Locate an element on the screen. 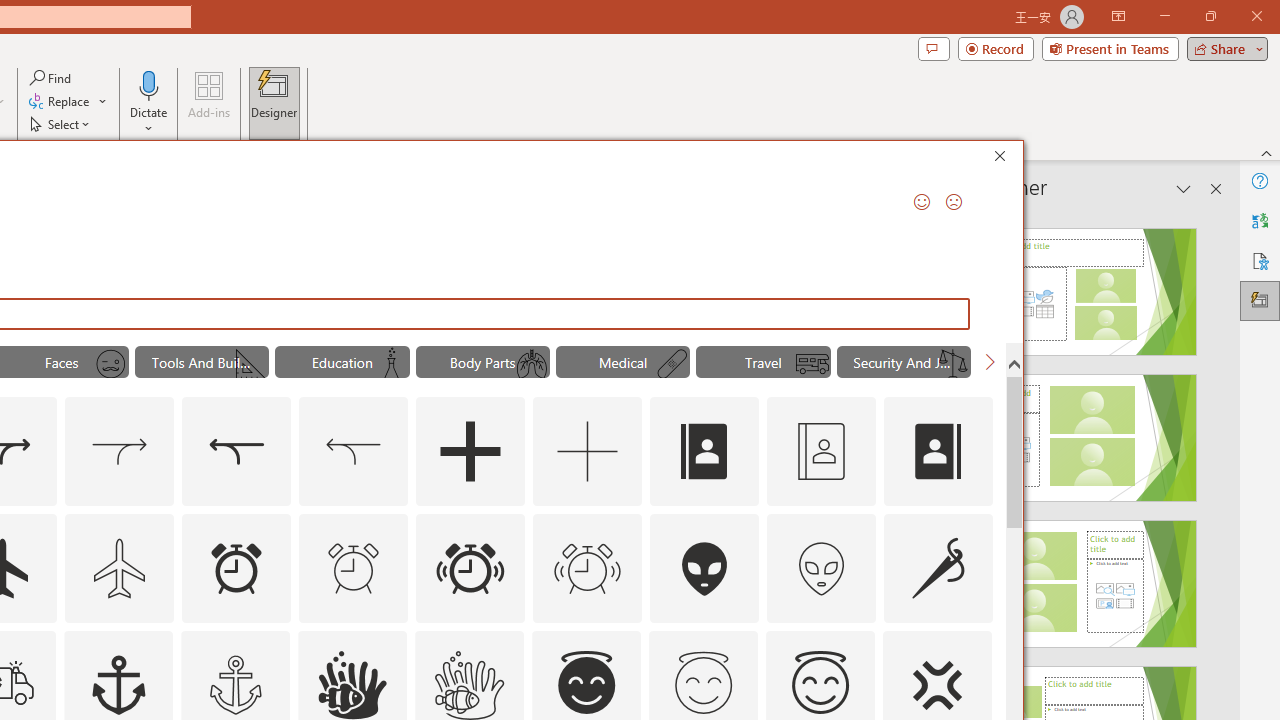 This screenshot has height=720, width=1280. 'AutomationID: Icons_Add_M' is located at coordinates (587, 452).